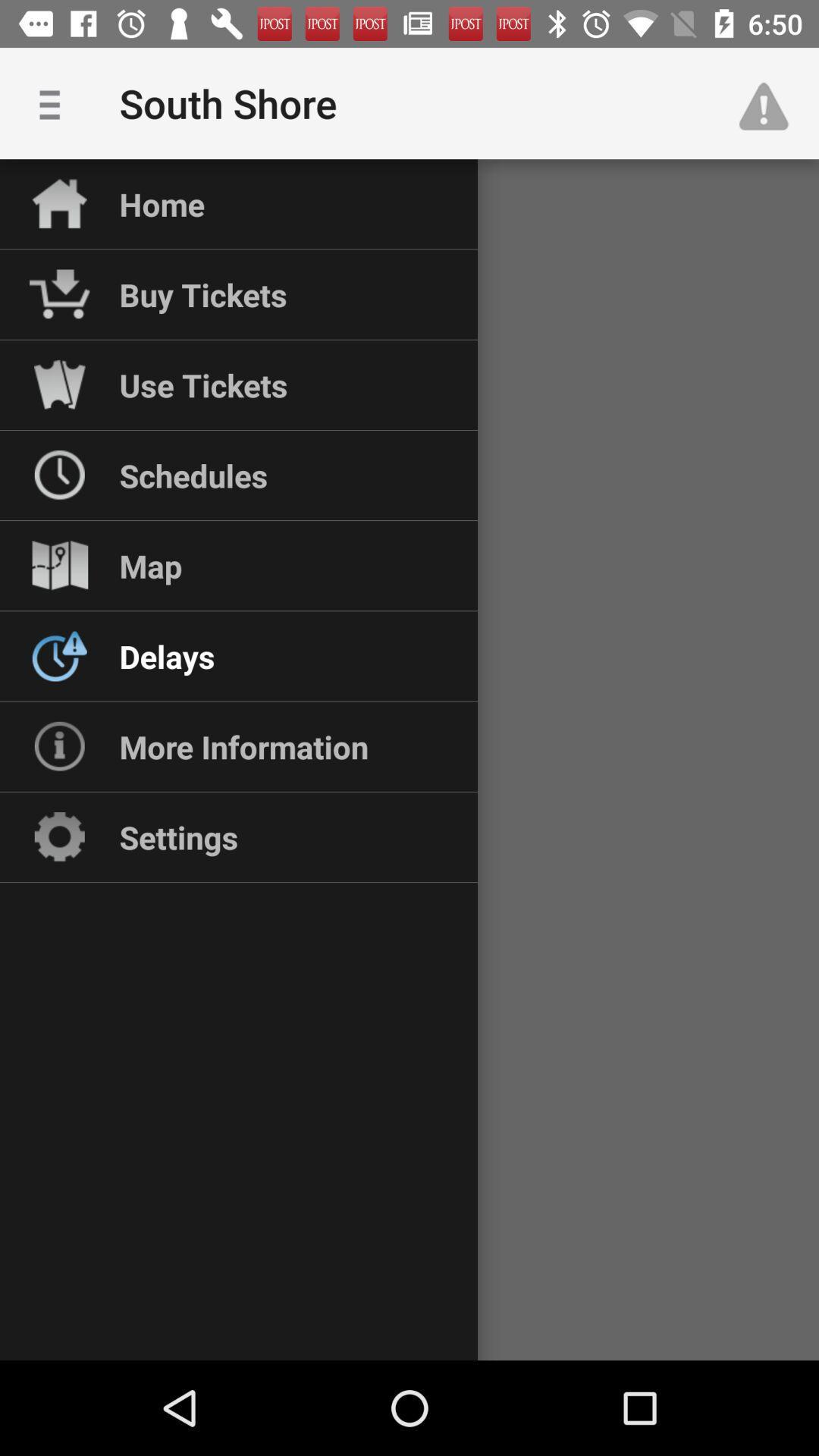 This screenshot has width=819, height=1456. Describe the element at coordinates (771, 102) in the screenshot. I see `the icon next to south shore item` at that location.